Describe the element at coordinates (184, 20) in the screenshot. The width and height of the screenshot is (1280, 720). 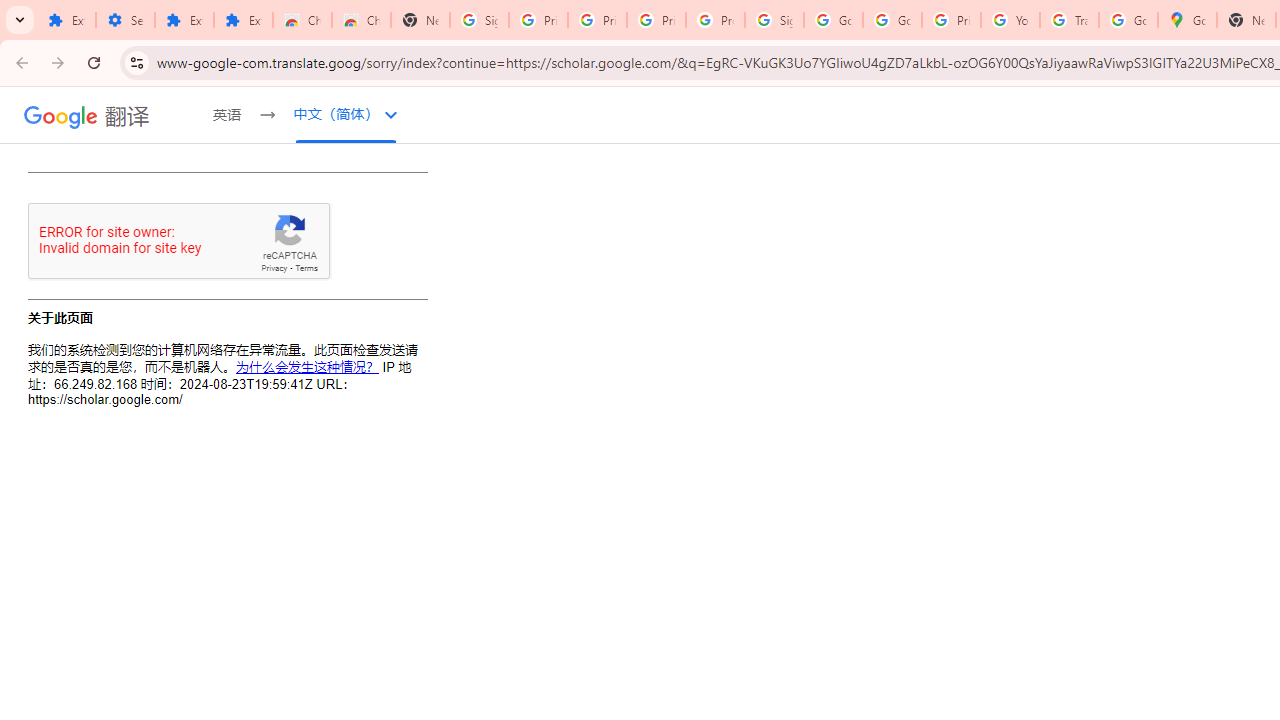
I see `'Extensions'` at that location.